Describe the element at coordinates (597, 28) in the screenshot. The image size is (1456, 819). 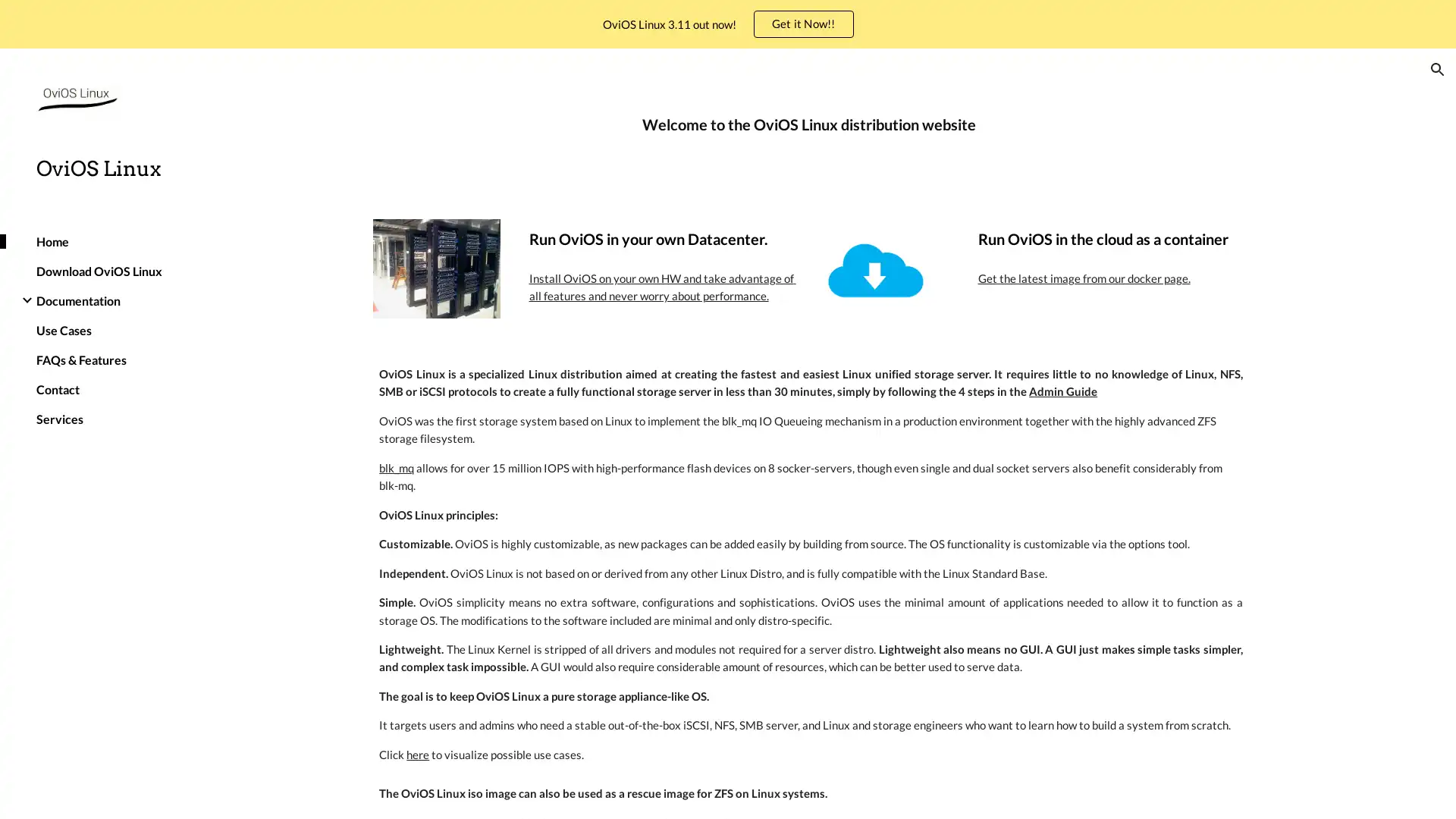
I see `Skip to main content` at that location.